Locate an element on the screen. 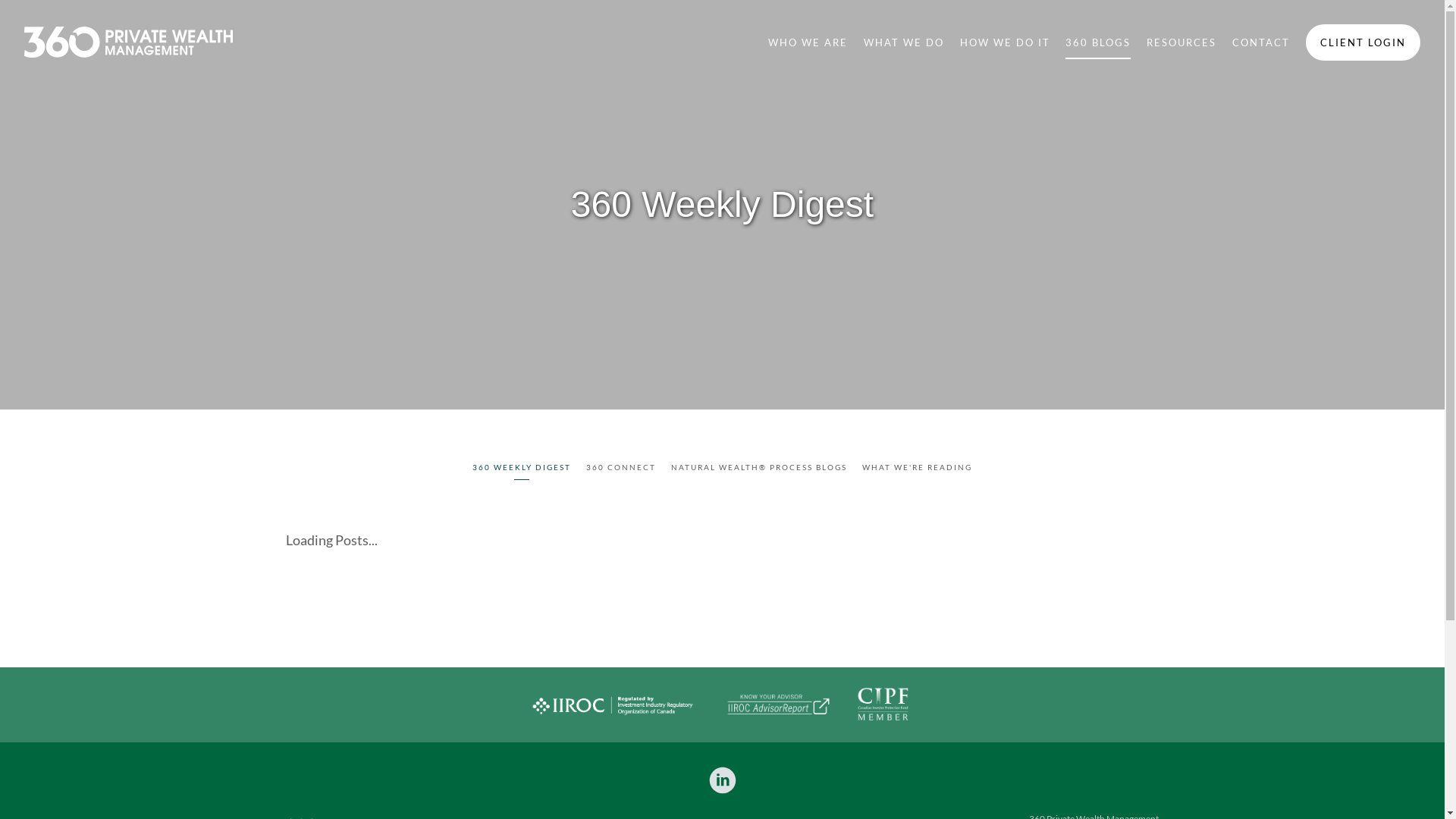 This screenshot has height=819, width=1456. '     ' is located at coordinates (722, 780).